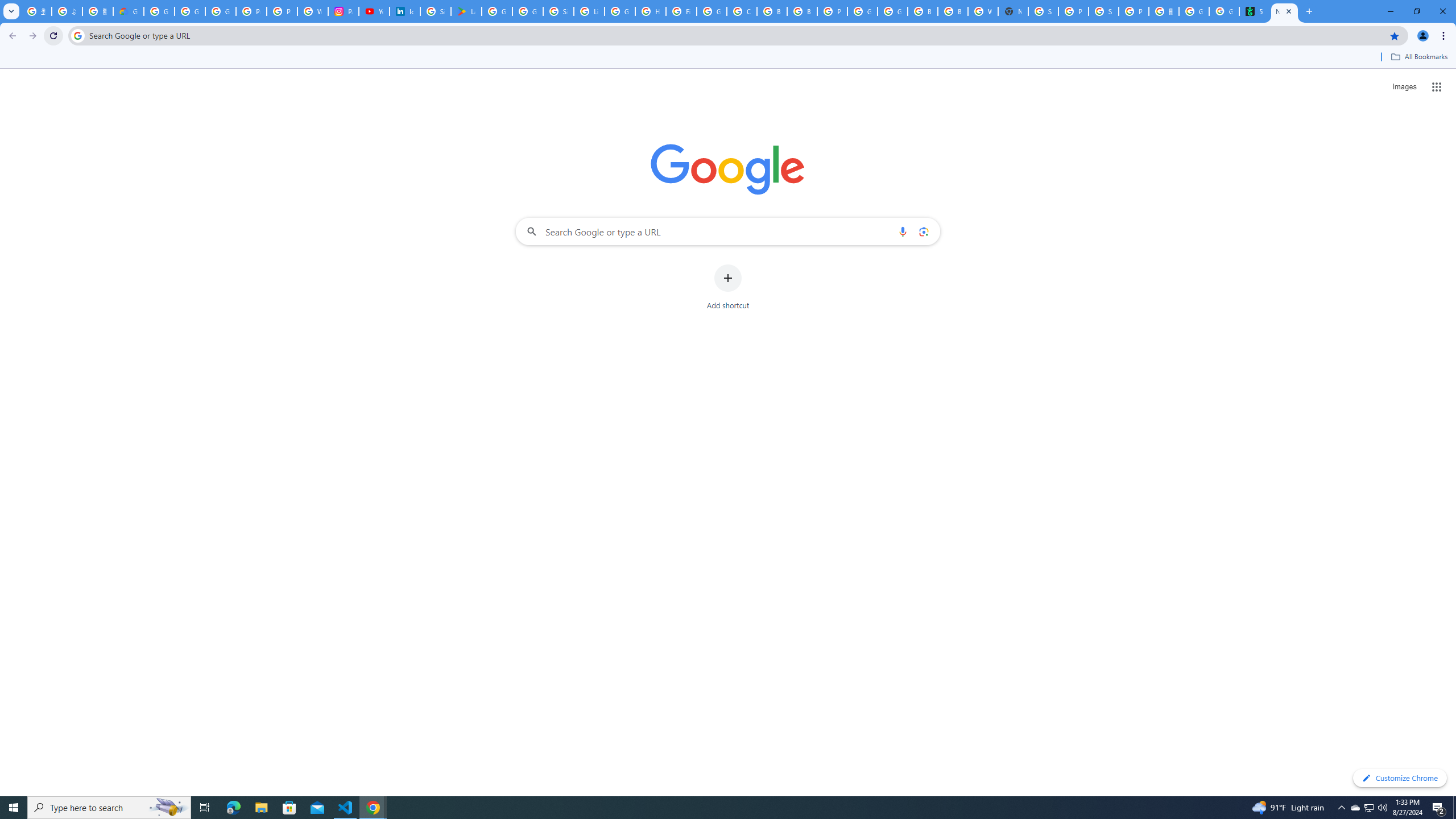  I want to click on 'Search for Images ', so click(1404, 87).